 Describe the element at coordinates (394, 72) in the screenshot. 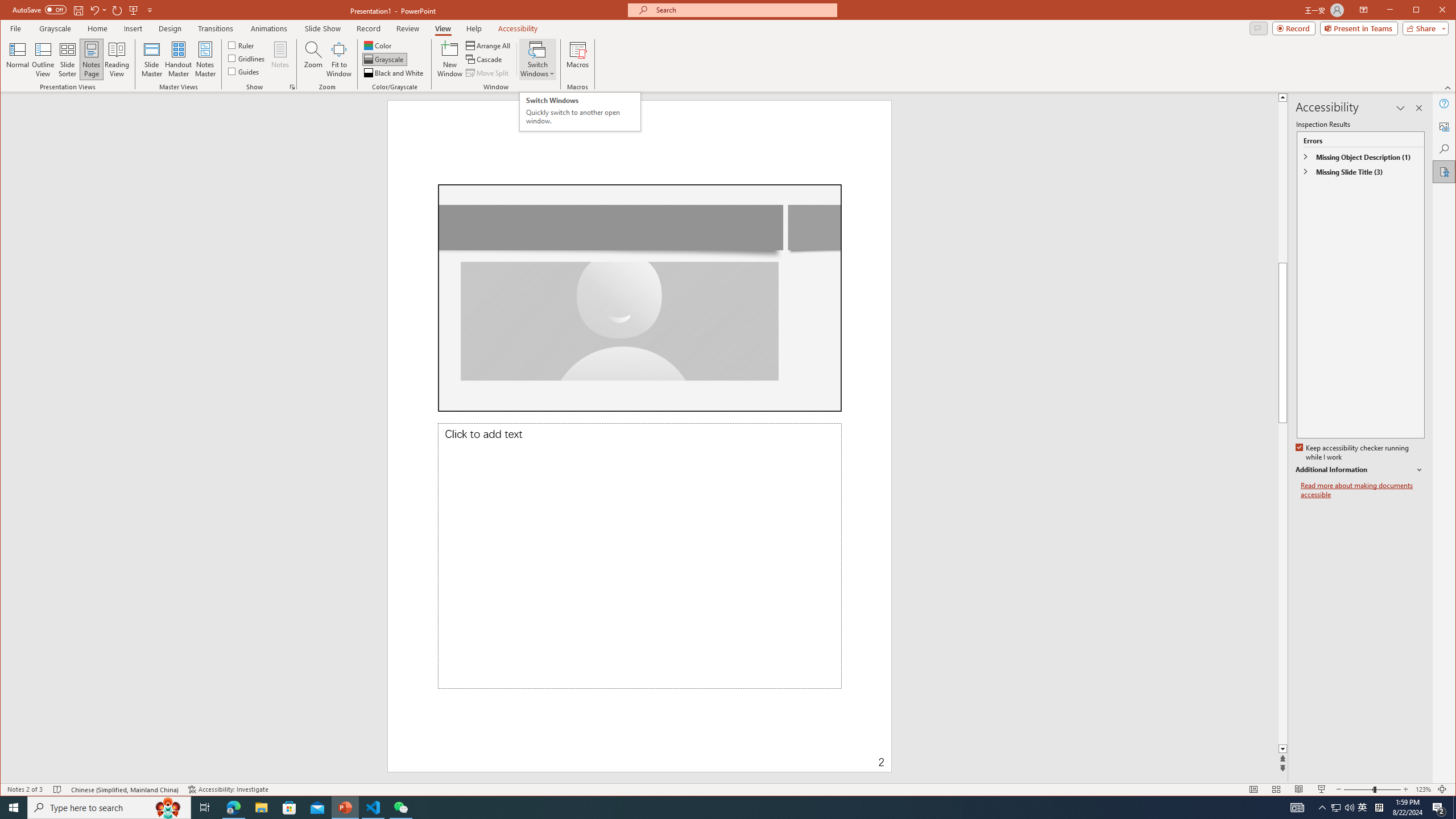

I see `'Black and White'` at that location.